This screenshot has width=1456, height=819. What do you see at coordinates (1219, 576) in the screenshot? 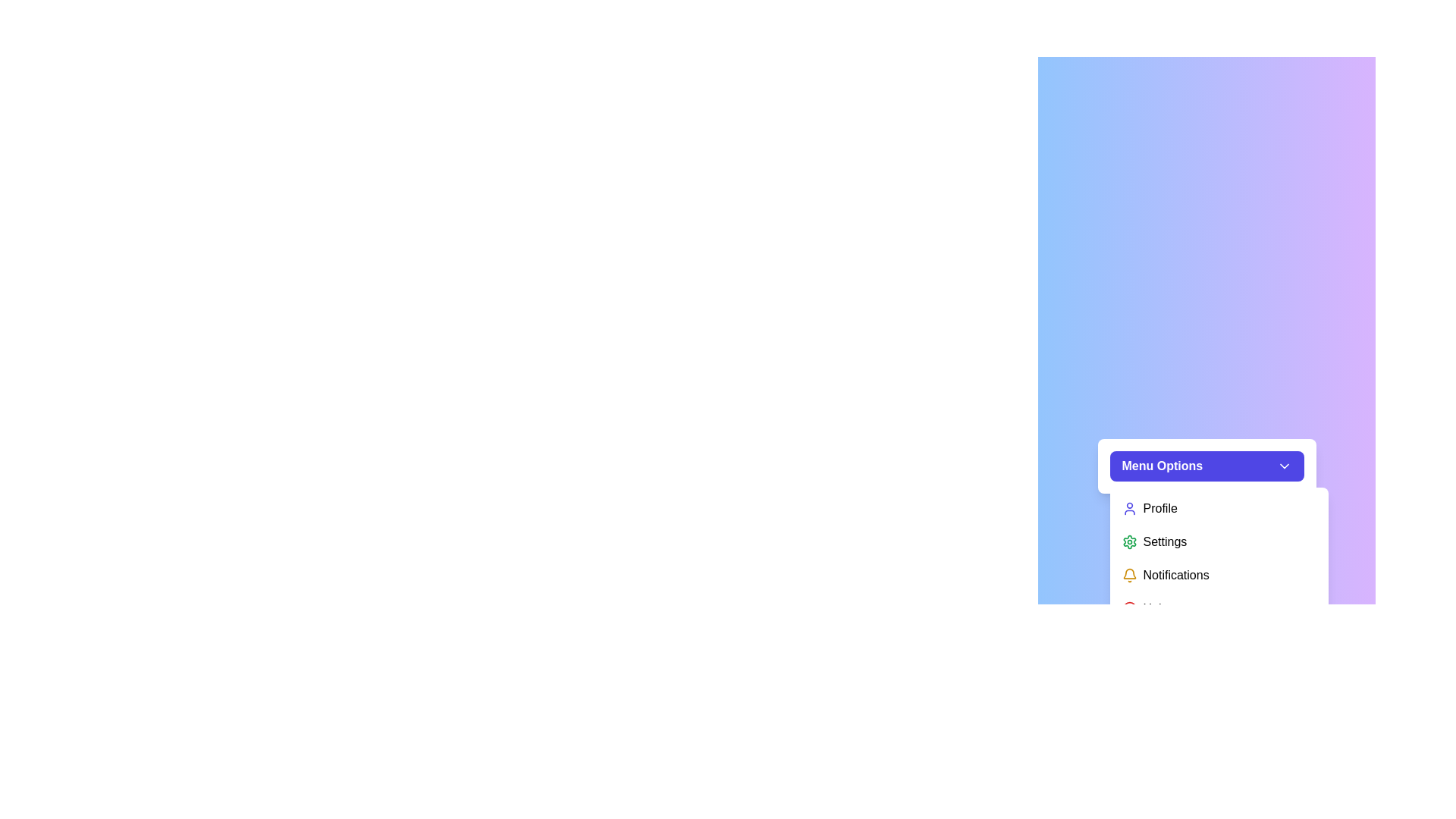
I see `the third item in the 'Menu Options' dropdown, which is for accessing notifications` at bounding box center [1219, 576].